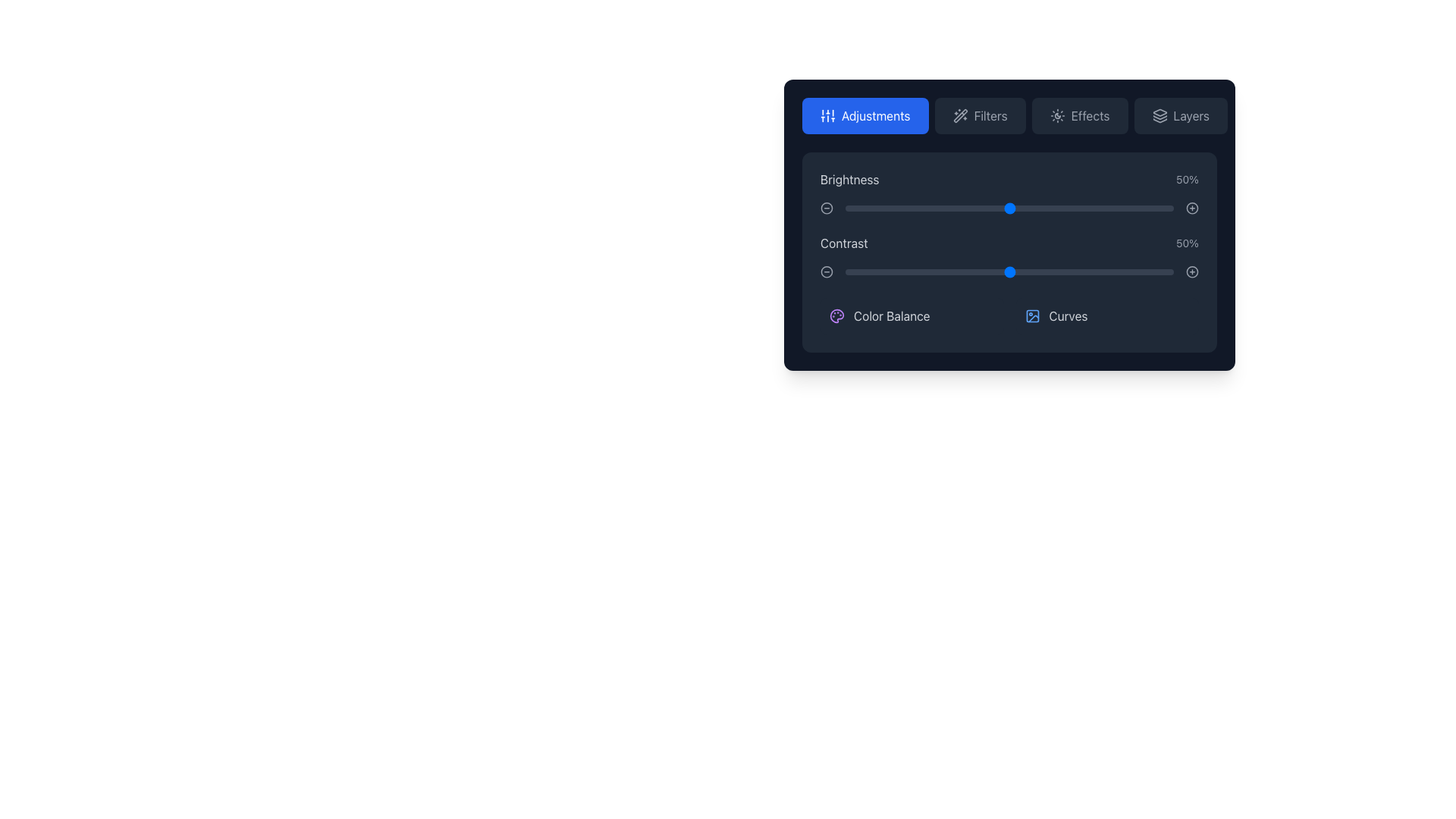 The image size is (1456, 819). Describe the element at coordinates (1144, 208) in the screenshot. I see `Brightness slider` at that location.